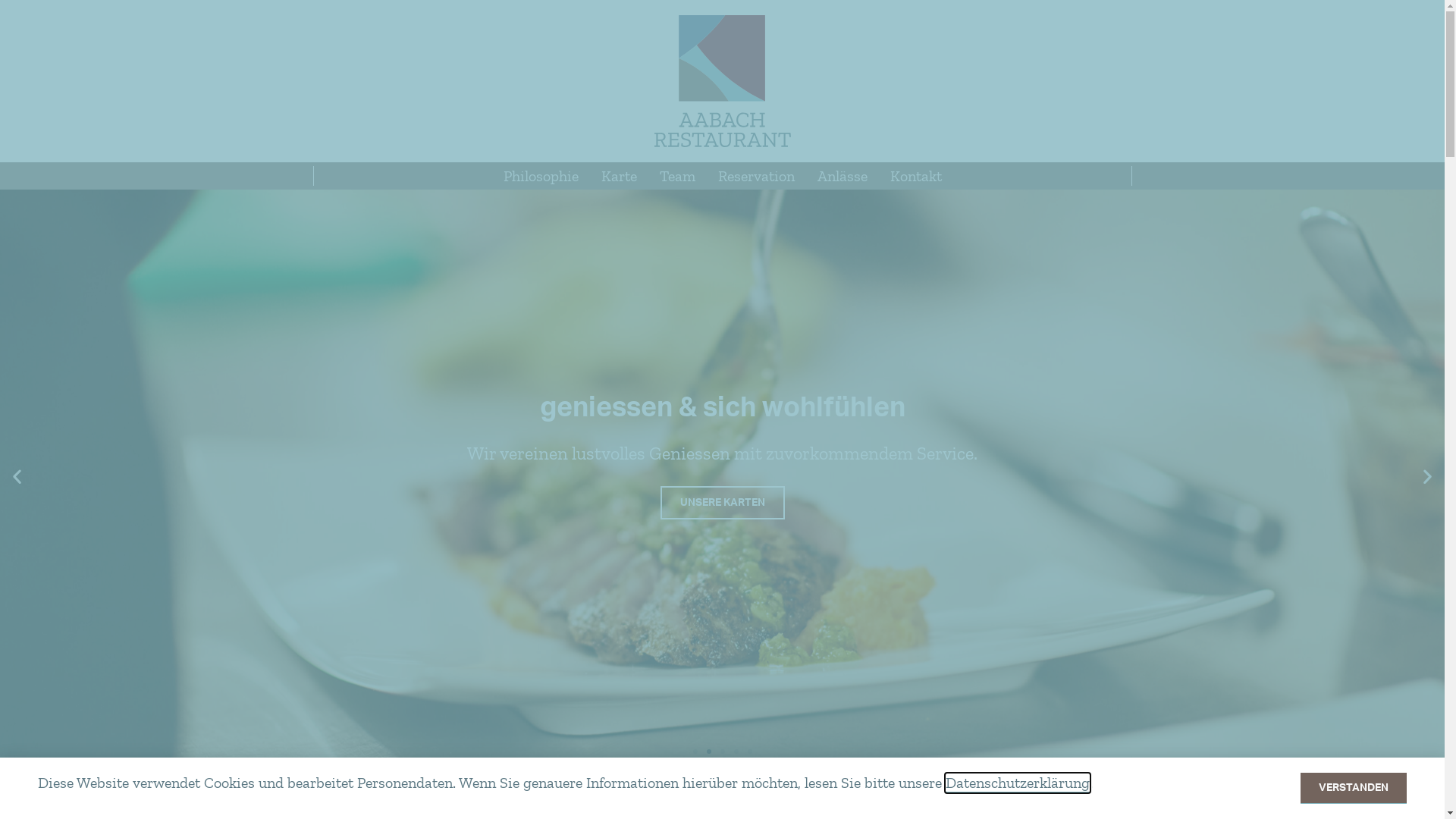 The height and width of the screenshot is (819, 1456). Describe the element at coordinates (676, 174) in the screenshot. I see `'Team'` at that location.